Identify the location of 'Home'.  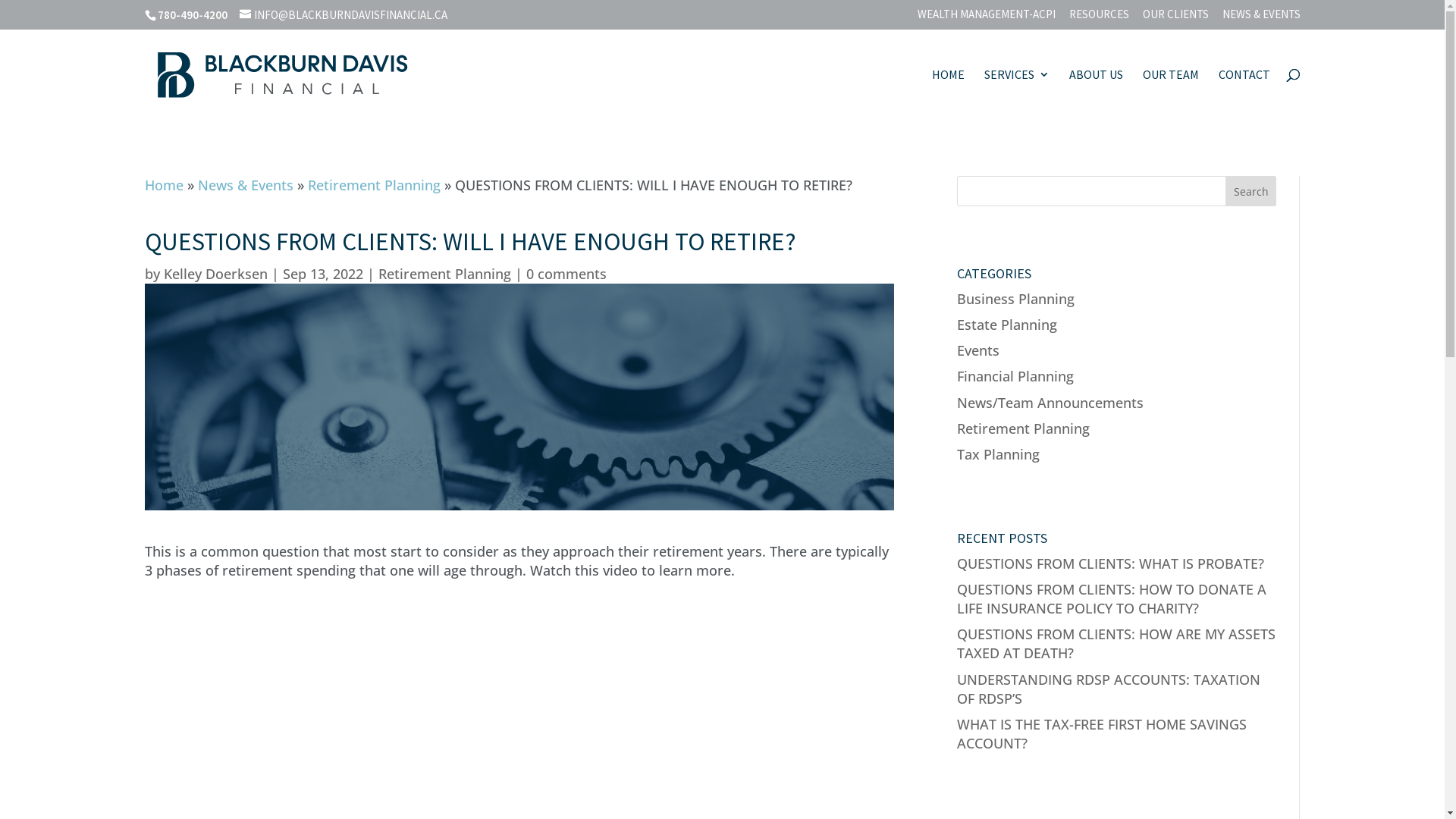
(163, 184).